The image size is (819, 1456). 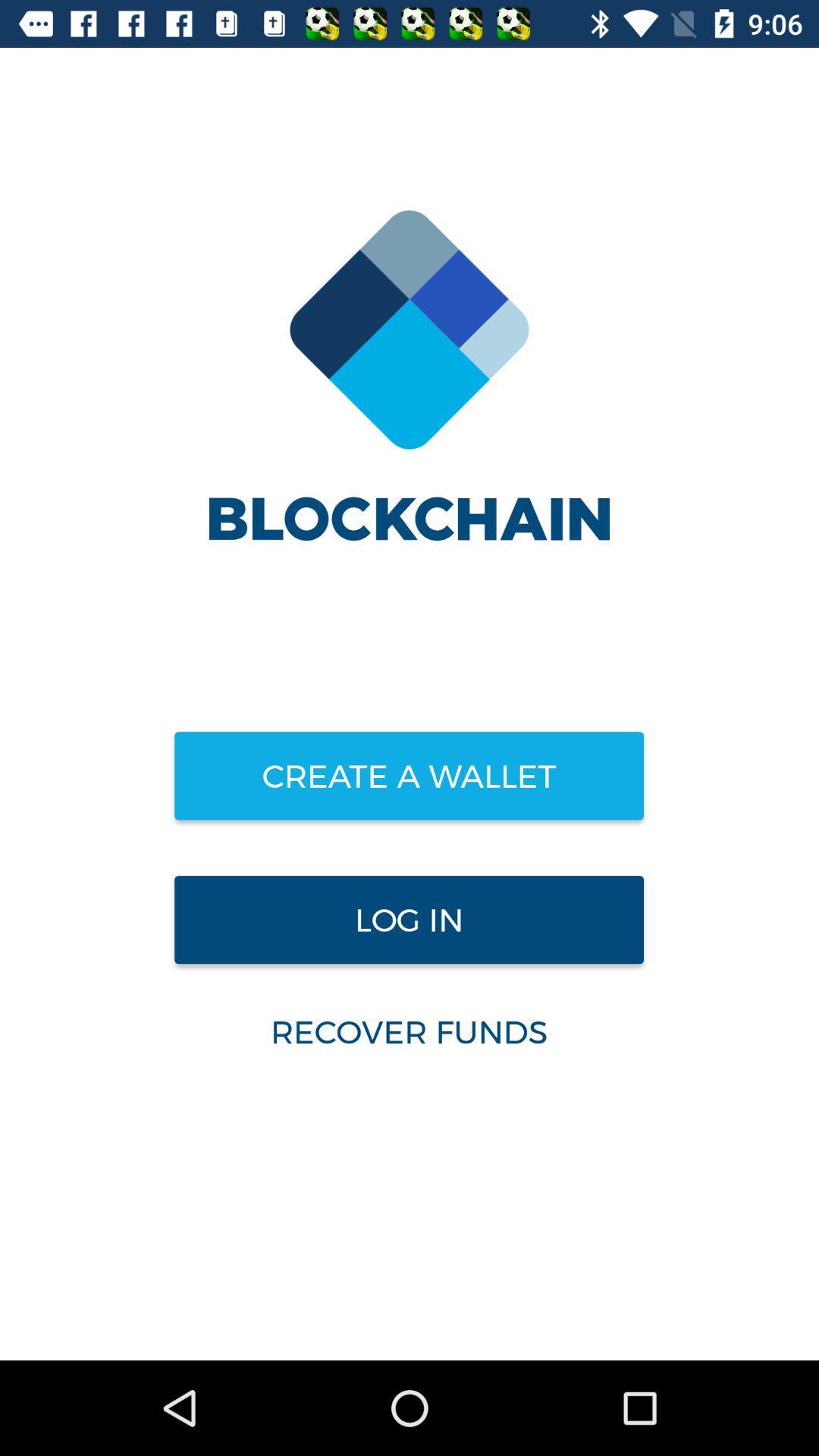 What do you see at coordinates (408, 1031) in the screenshot?
I see `the recover funds icon` at bounding box center [408, 1031].